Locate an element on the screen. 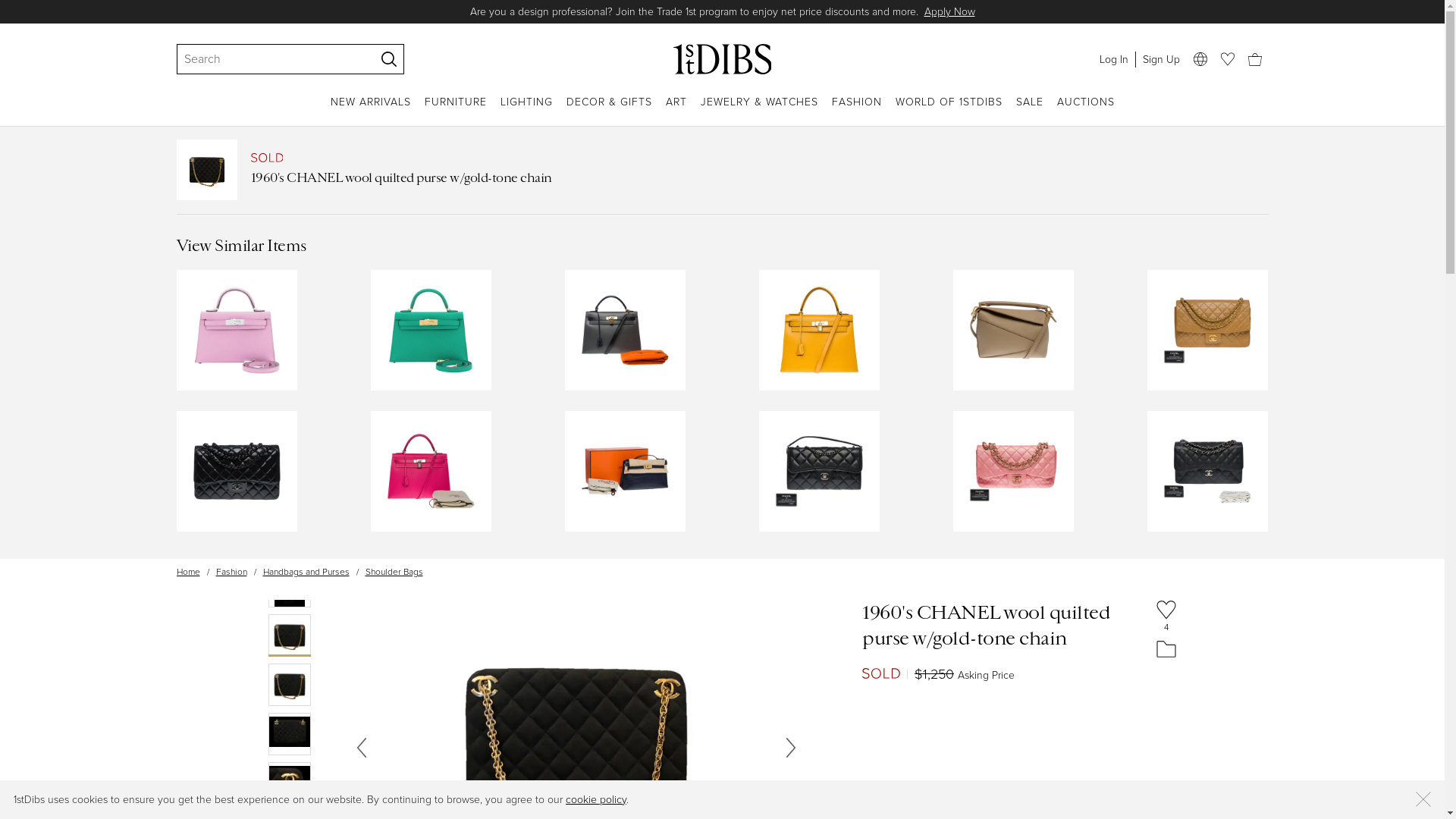 The width and height of the screenshot is (1456, 819). 'Home' is located at coordinates (187, 572).